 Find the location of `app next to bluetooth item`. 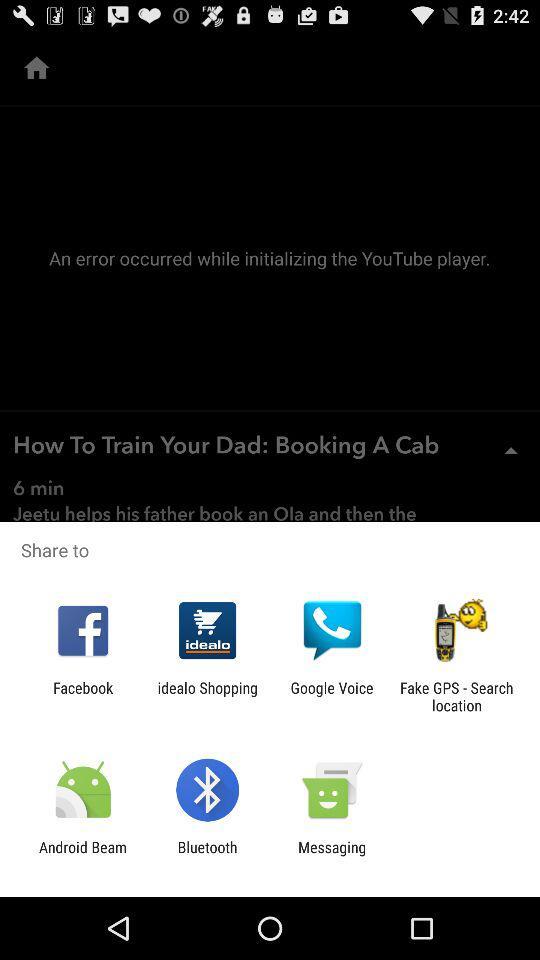

app next to bluetooth item is located at coordinates (82, 855).